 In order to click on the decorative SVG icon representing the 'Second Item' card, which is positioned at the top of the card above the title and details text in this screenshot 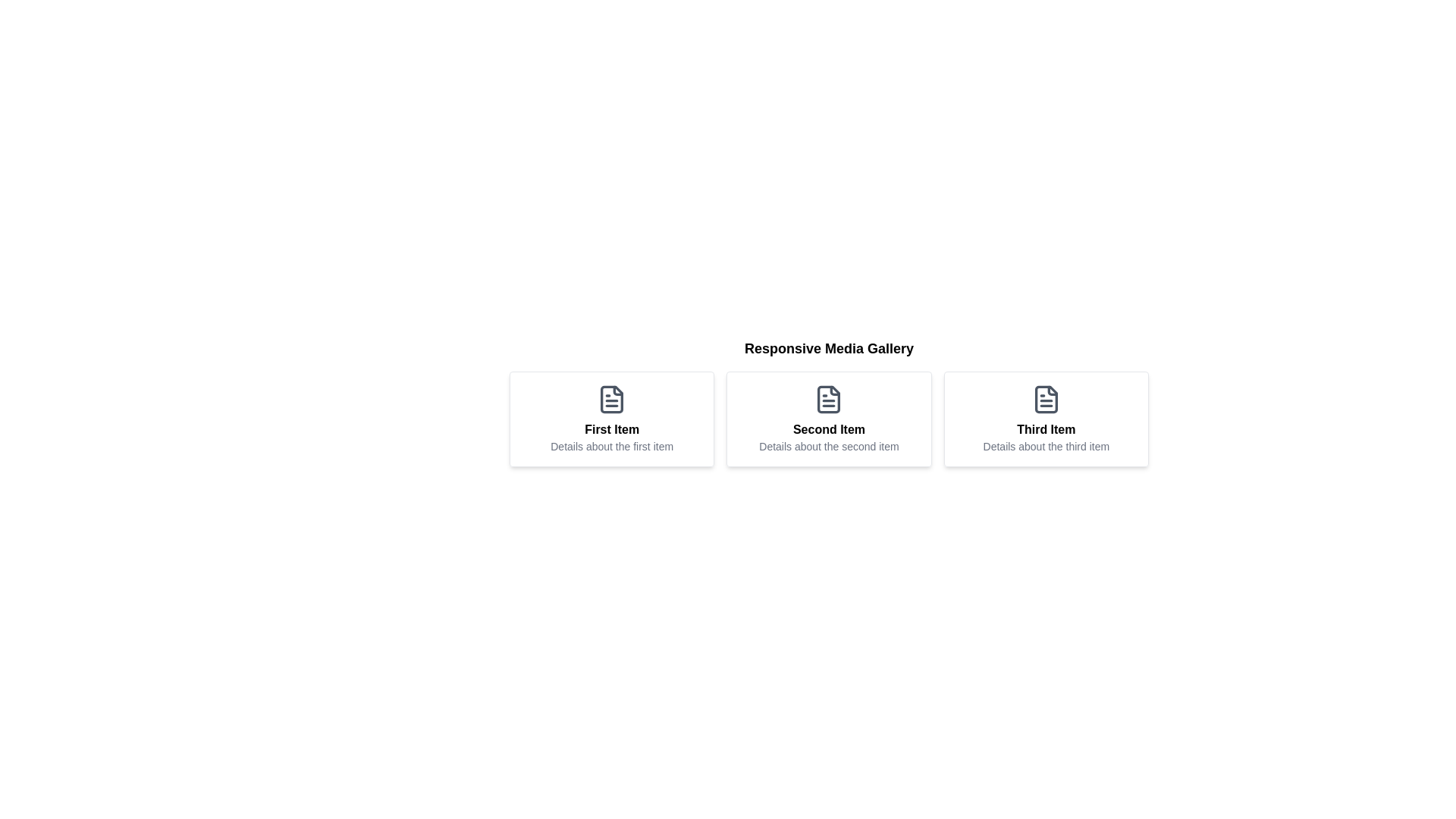, I will do `click(828, 399)`.